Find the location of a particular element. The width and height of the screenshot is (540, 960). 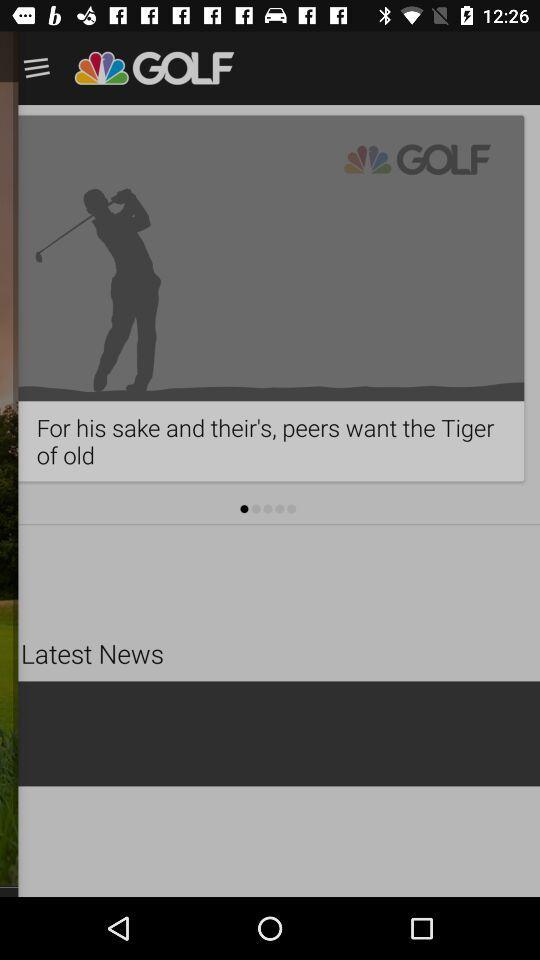

the latest news is located at coordinates (135, 680).